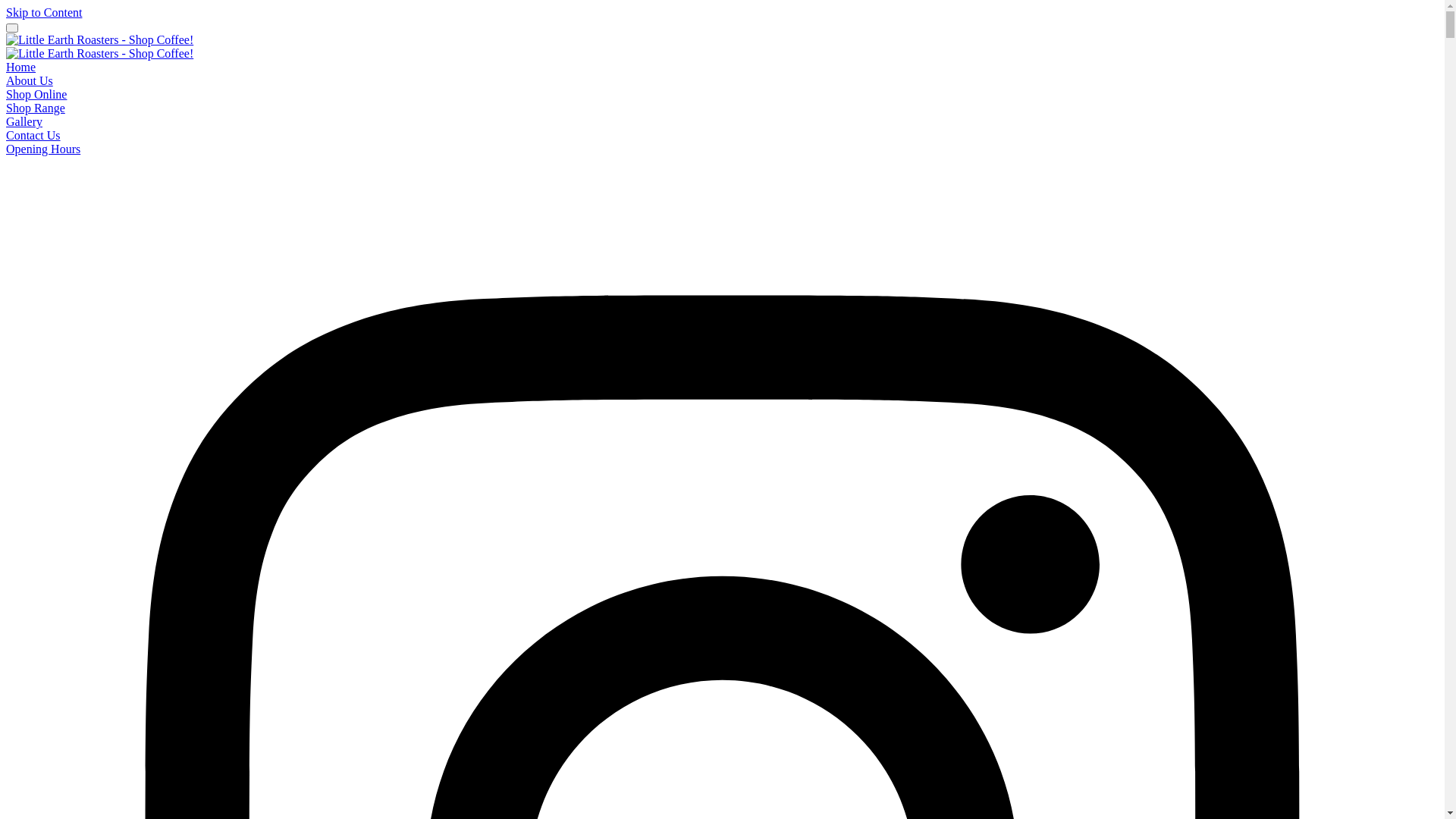 This screenshot has height=819, width=1456. What do you see at coordinates (6, 134) in the screenshot?
I see `'Contact Us'` at bounding box center [6, 134].